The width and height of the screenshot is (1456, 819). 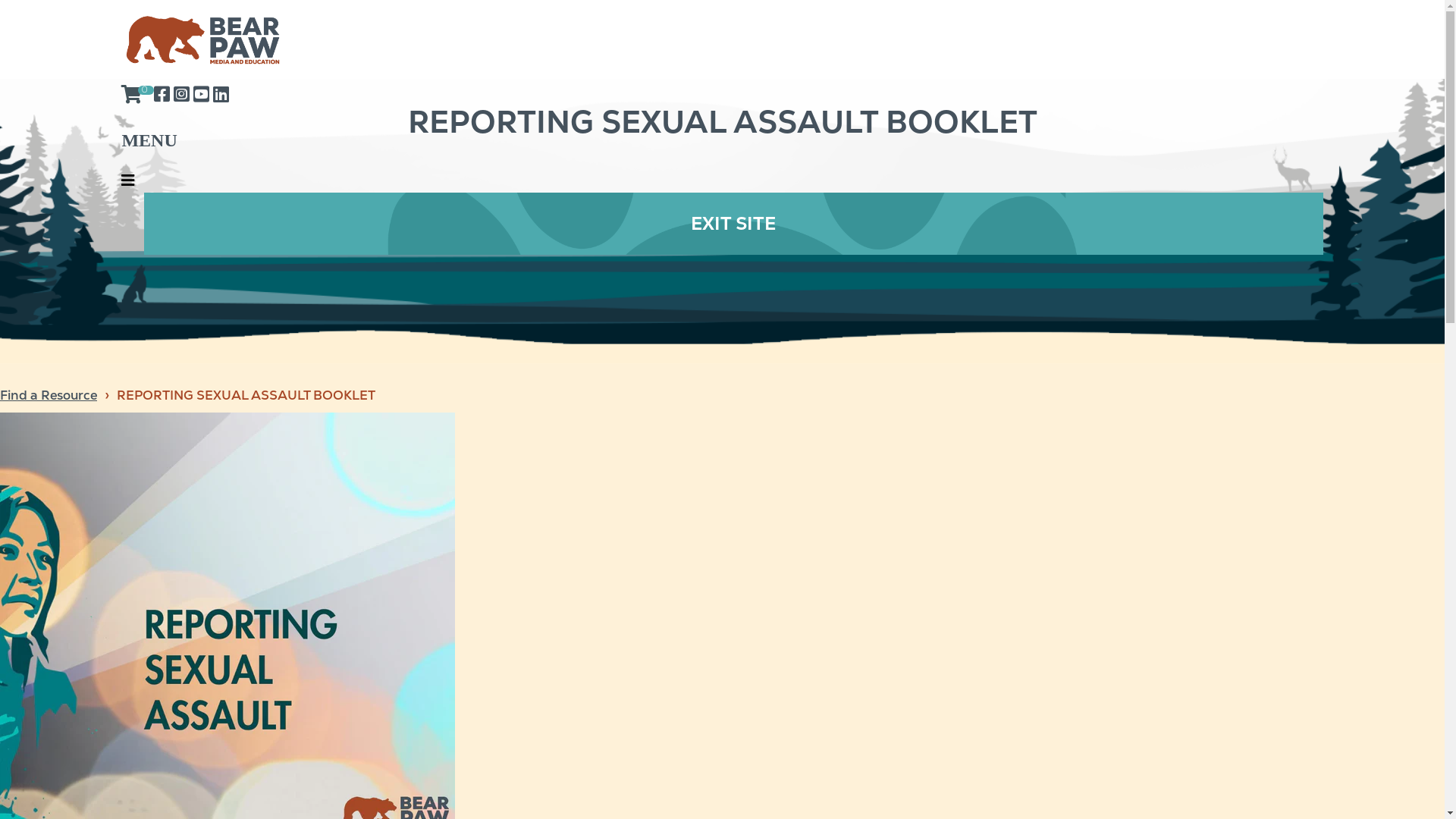 What do you see at coordinates (48, 394) in the screenshot?
I see `'Find a Resource'` at bounding box center [48, 394].